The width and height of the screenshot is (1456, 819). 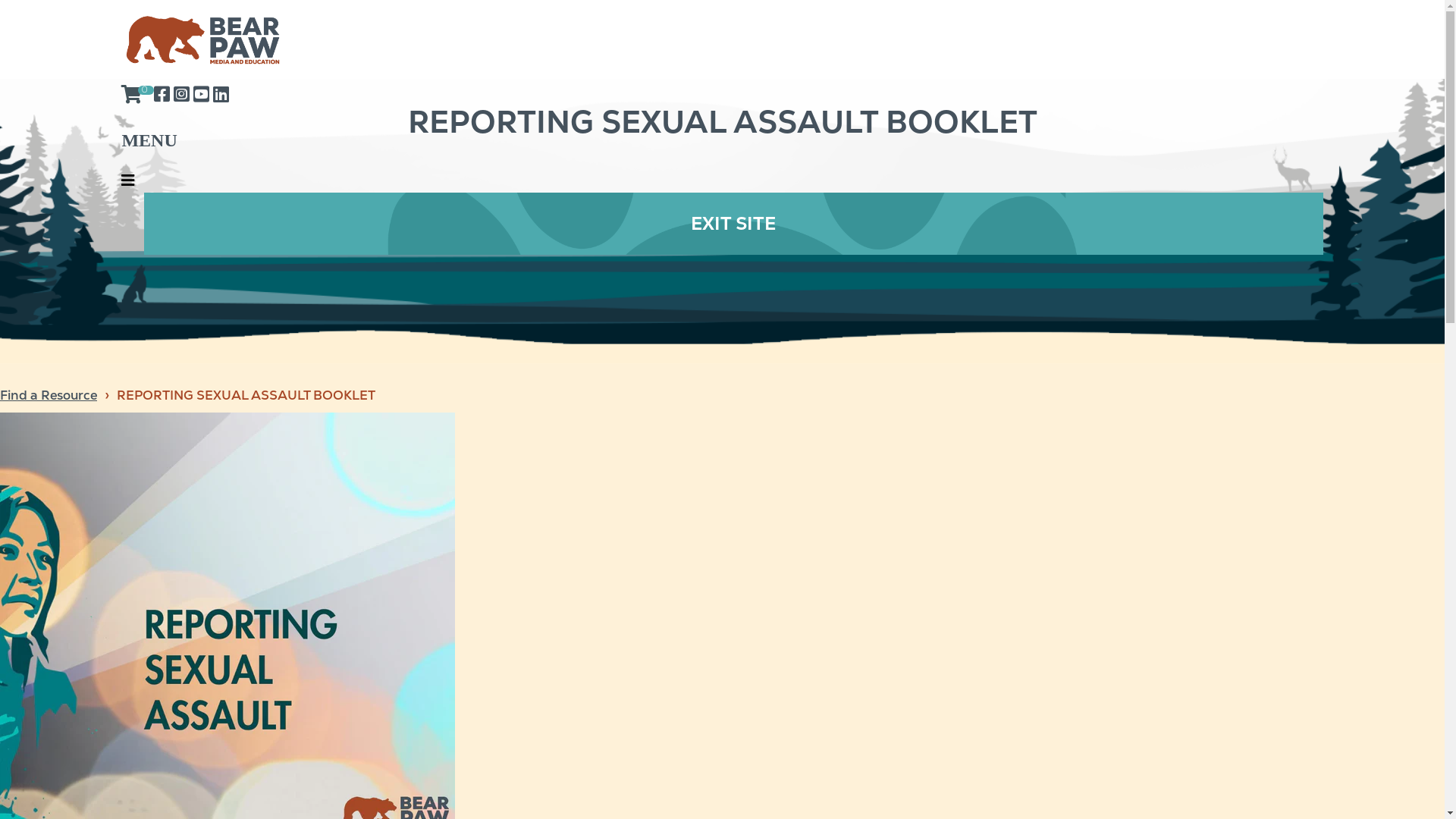 What do you see at coordinates (48, 394) in the screenshot?
I see `'Find a Resource'` at bounding box center [48, 394].